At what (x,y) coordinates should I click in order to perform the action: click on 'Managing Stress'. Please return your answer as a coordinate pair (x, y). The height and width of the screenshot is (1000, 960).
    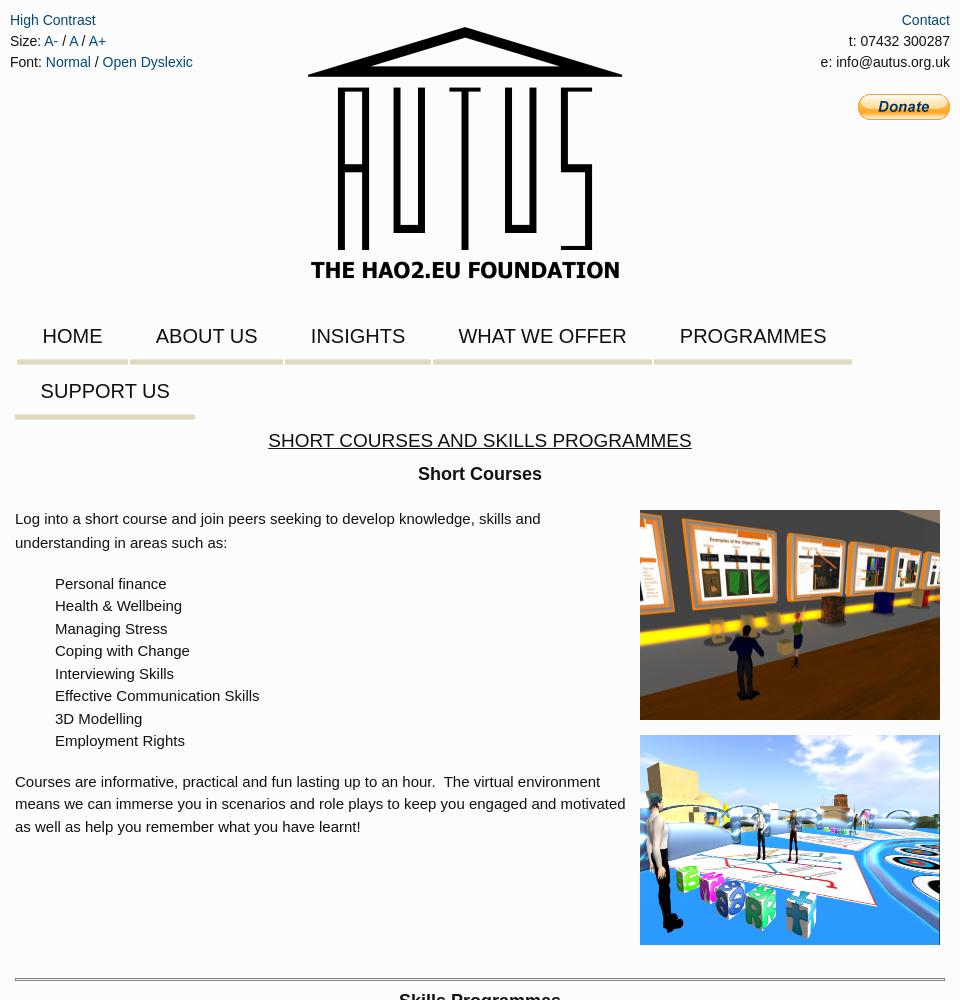
    Looking at the image, I should click on (54, 627).